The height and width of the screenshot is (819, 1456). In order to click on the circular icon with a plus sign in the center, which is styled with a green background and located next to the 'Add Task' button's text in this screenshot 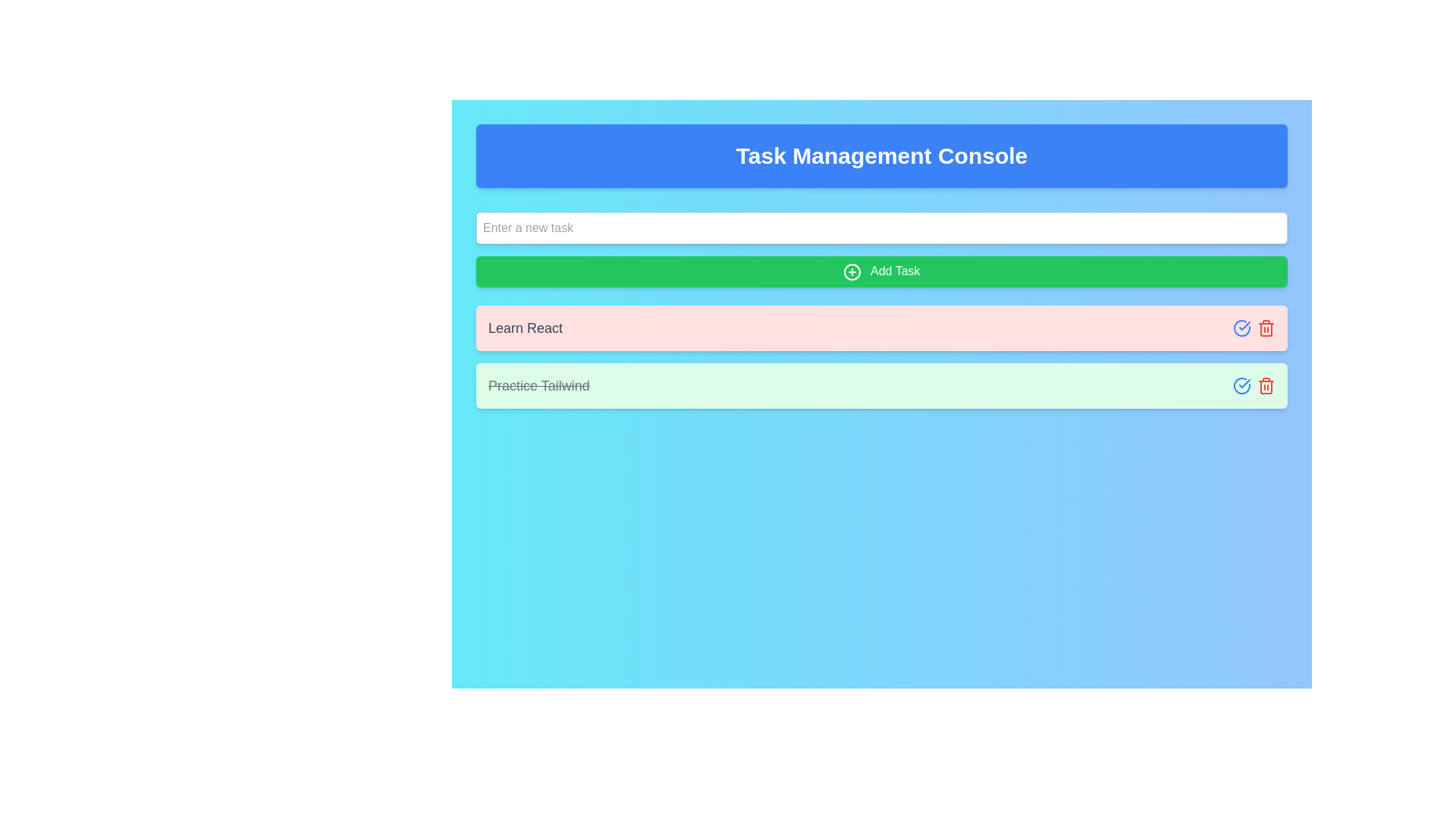, I will do `click(852, 271)`.